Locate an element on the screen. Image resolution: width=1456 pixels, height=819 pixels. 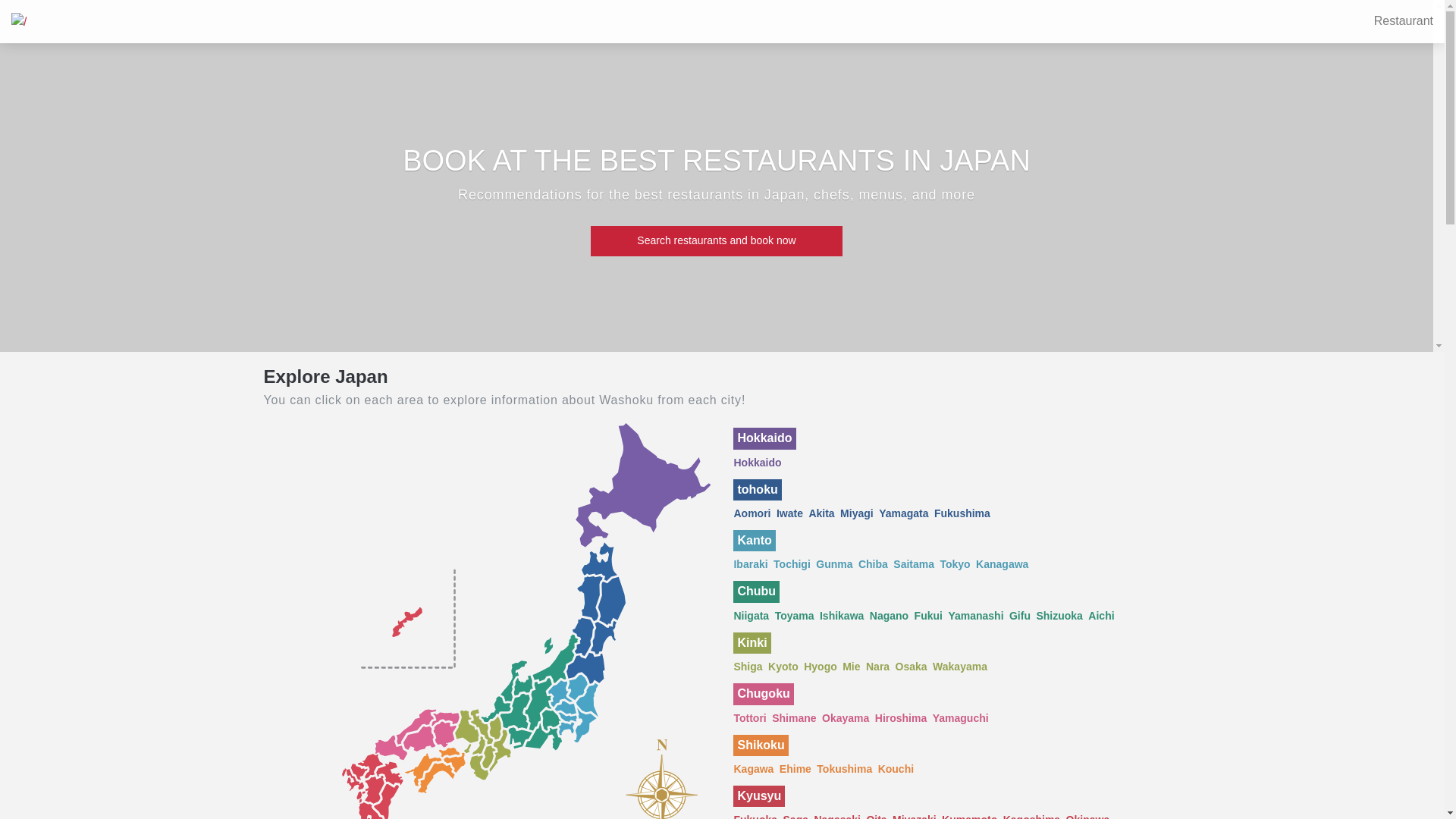
'Shimane' is located at coordinates (771, 717).